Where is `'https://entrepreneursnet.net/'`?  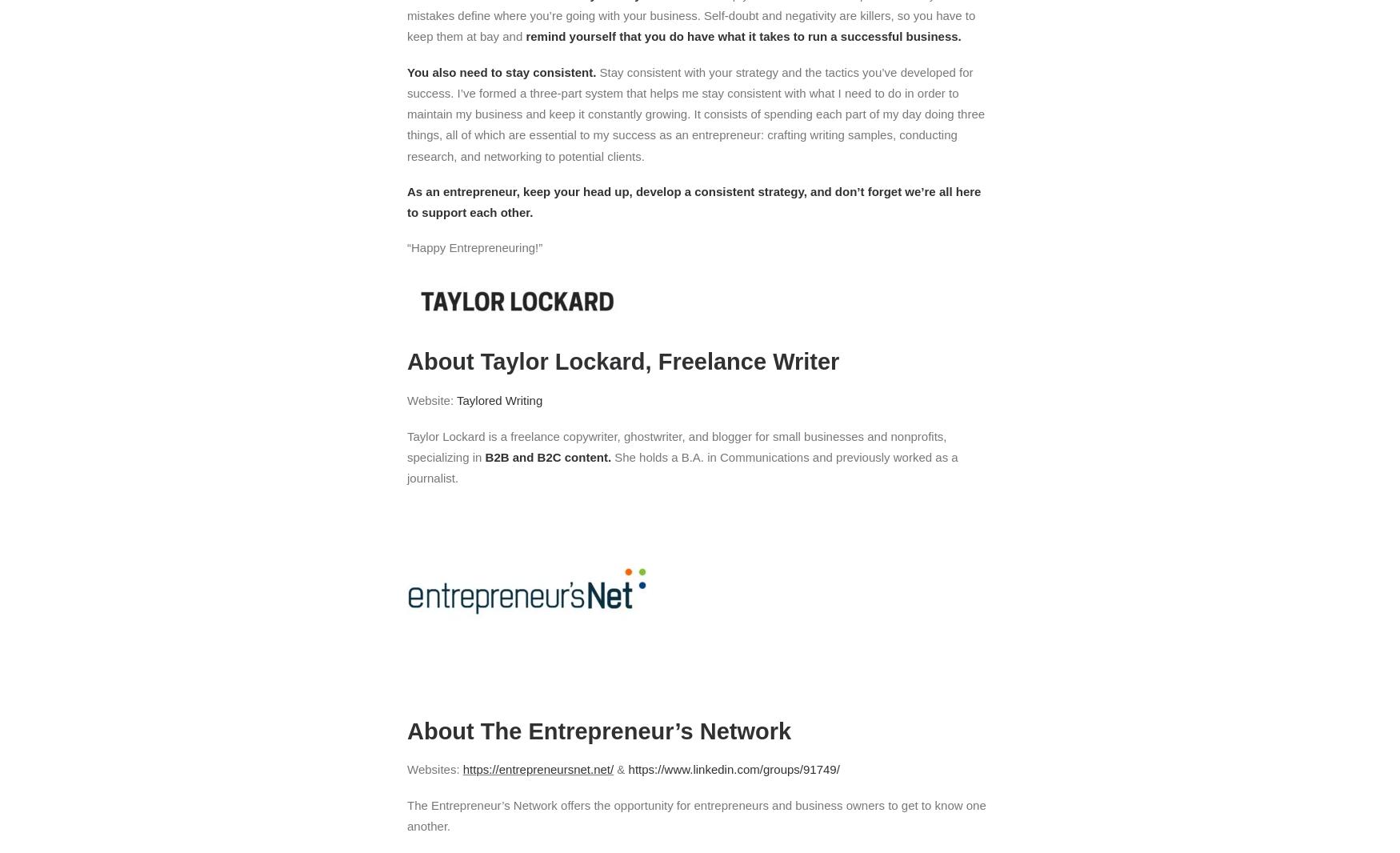
'https://entrepreneursnet.net/' is located at coordinates (537, 769).